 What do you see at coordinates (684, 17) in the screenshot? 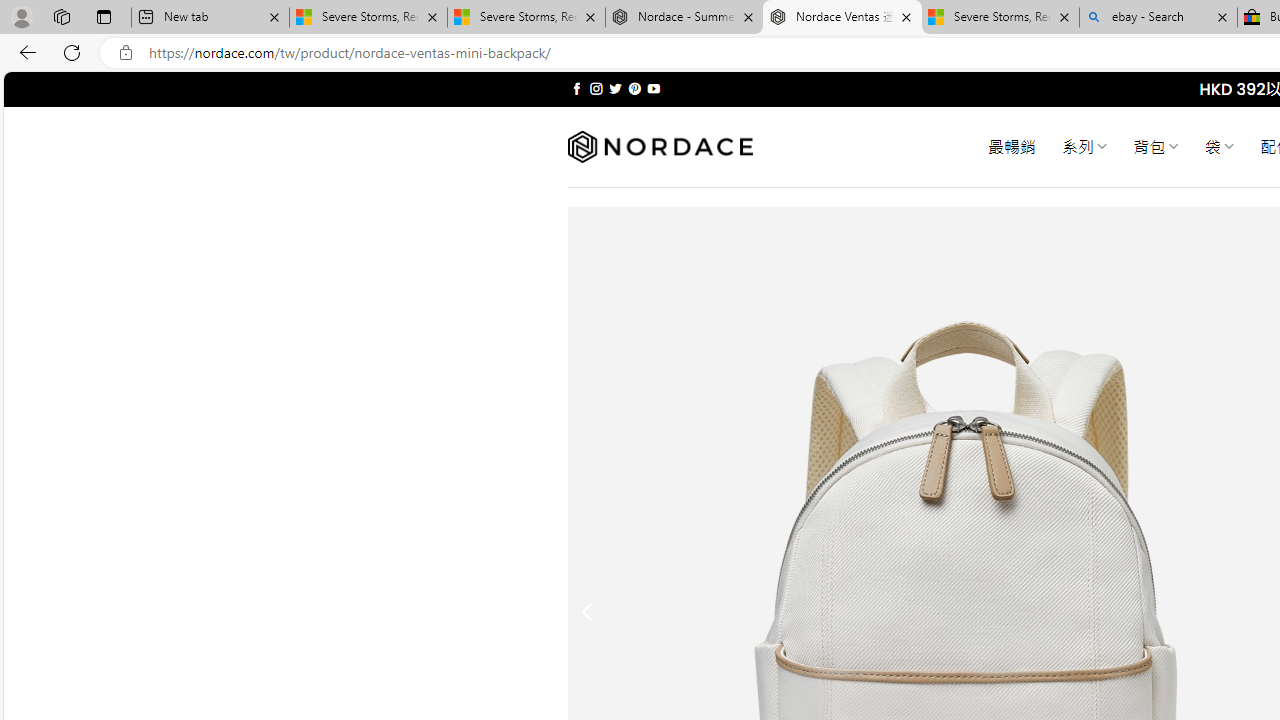
I see `'Nordace - Summer Adventures 2024'` at bounding box center [684, 17].